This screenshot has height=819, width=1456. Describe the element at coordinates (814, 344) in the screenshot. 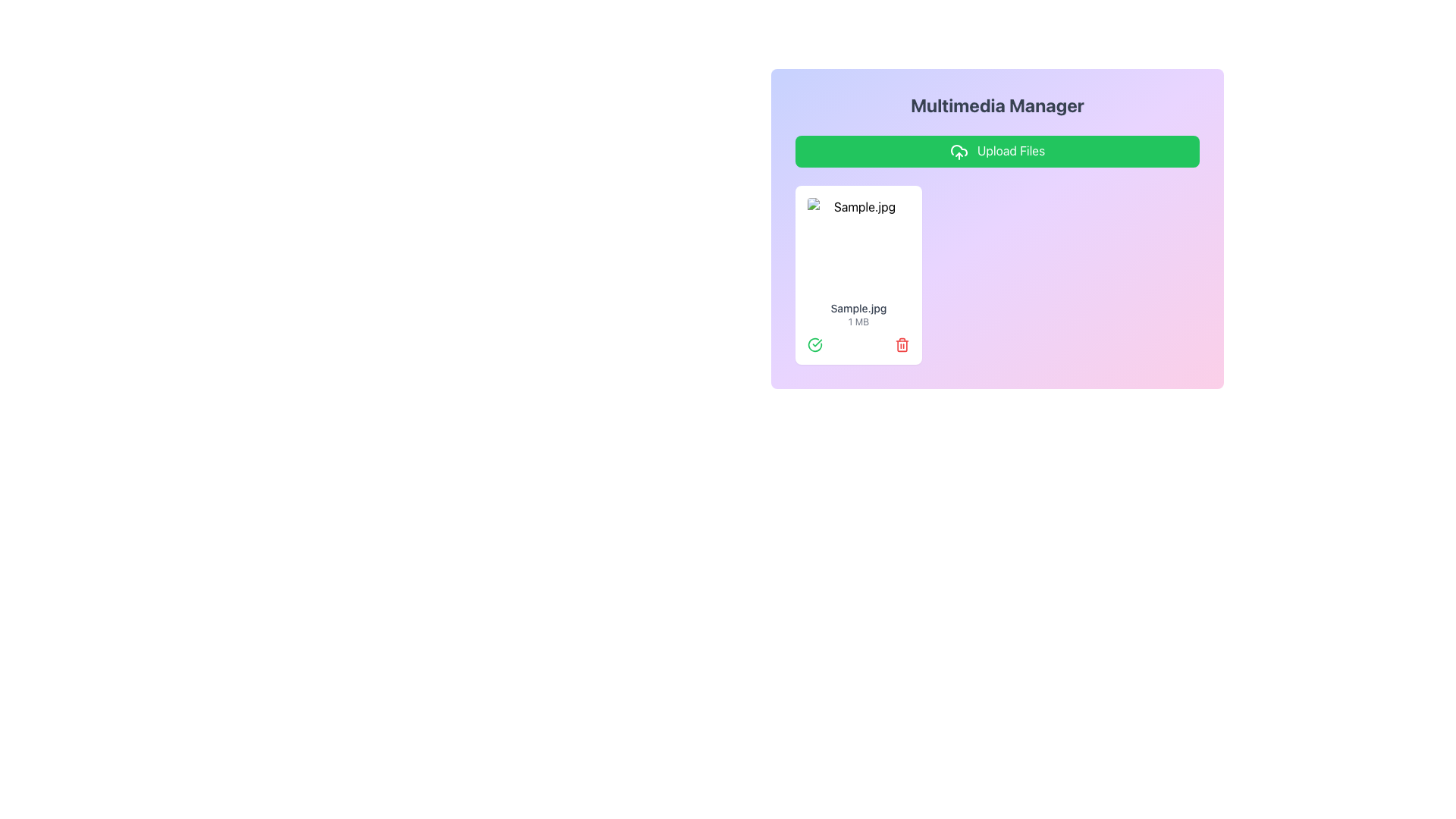

I see `the confirmation icon` at that location.